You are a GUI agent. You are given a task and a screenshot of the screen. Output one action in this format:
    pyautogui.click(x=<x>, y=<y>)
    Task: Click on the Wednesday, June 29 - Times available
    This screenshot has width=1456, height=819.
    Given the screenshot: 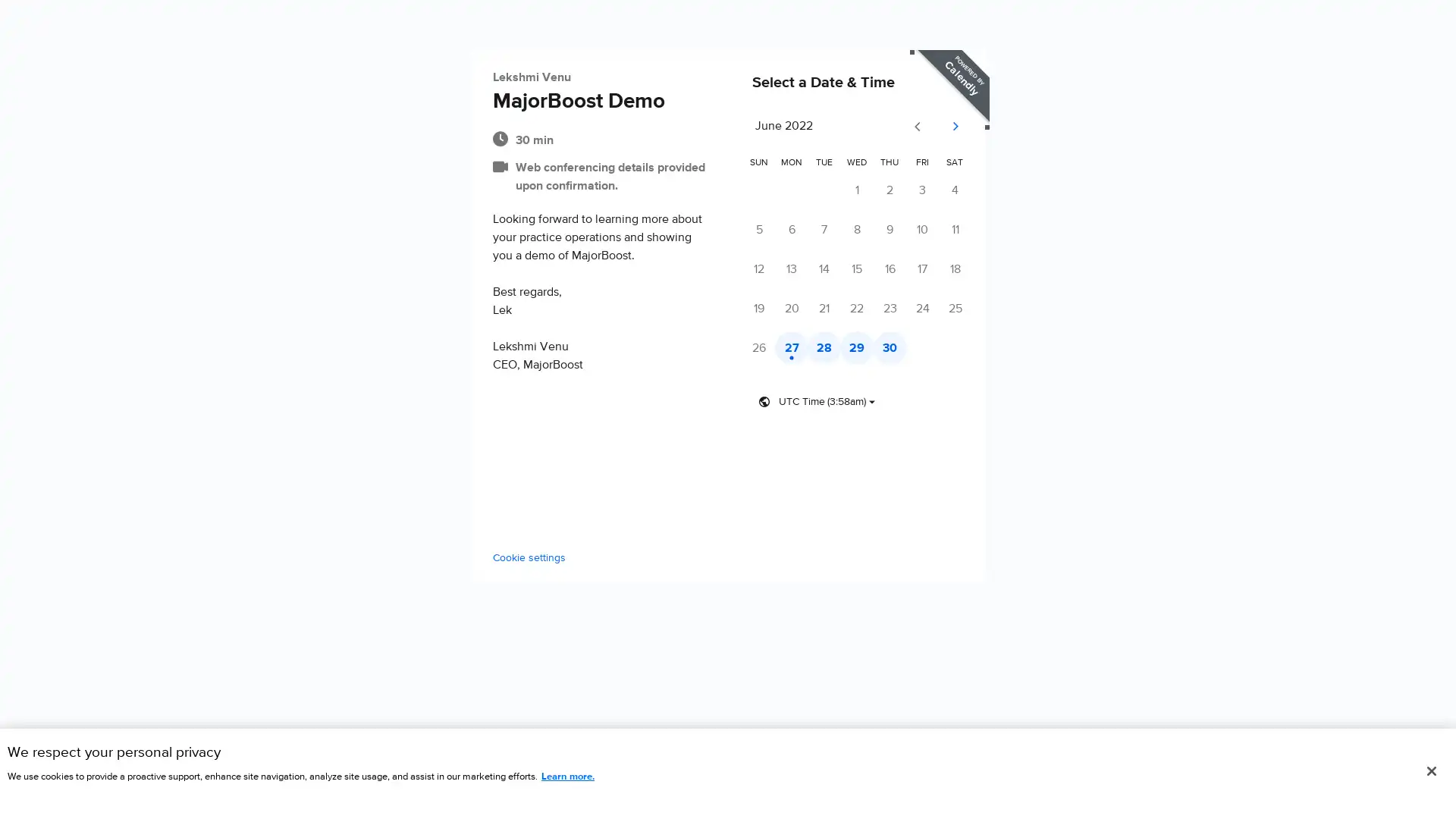 What is the action you would take?
    pyautogui.click(x=878, y=348)
    